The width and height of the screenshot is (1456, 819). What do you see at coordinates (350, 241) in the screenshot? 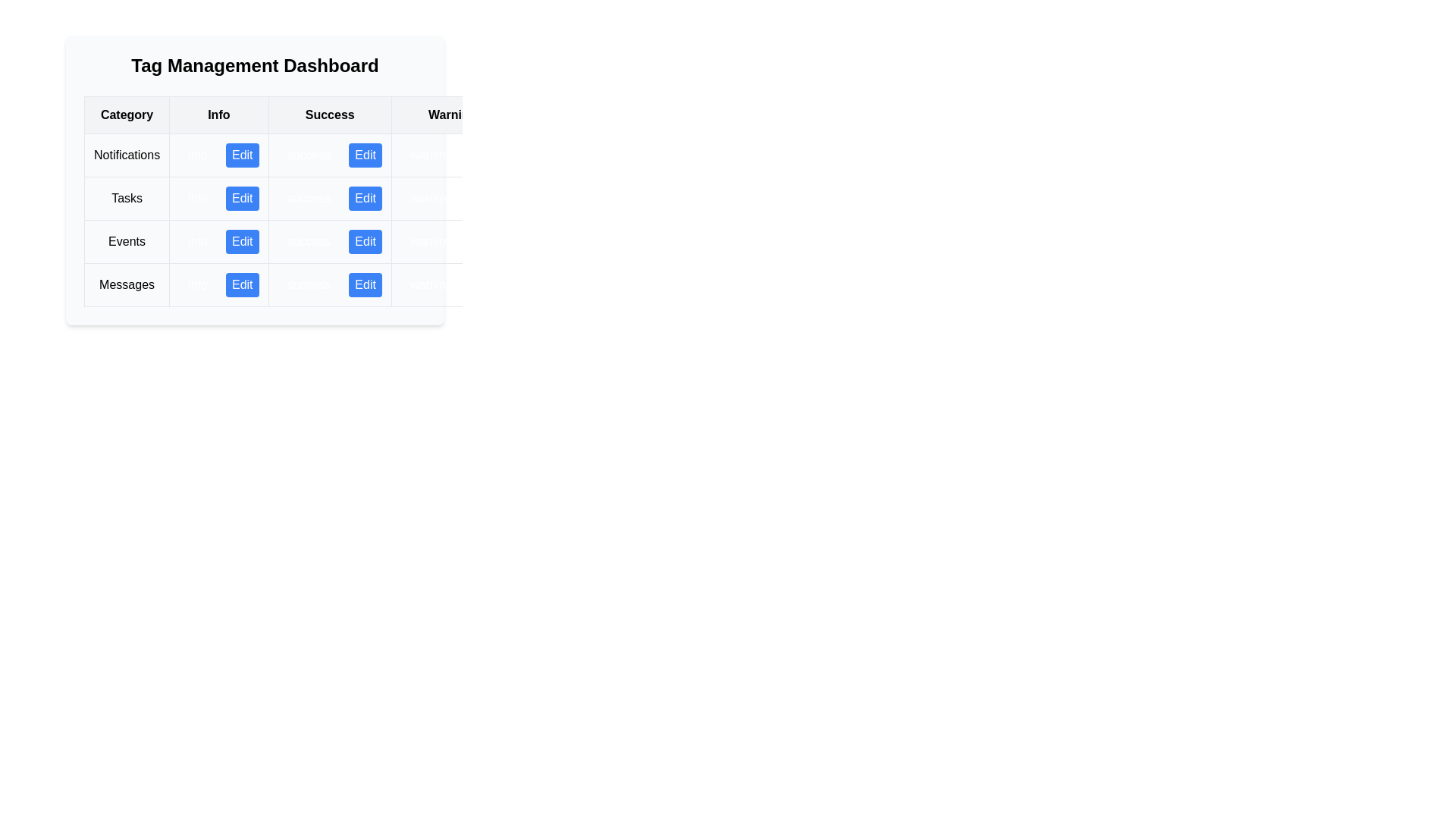
I see `the 'Edit' button with a blue background and white text in the 'Events' row of the 'Tag Management Dashboard'` at bounding box center [350, 241].